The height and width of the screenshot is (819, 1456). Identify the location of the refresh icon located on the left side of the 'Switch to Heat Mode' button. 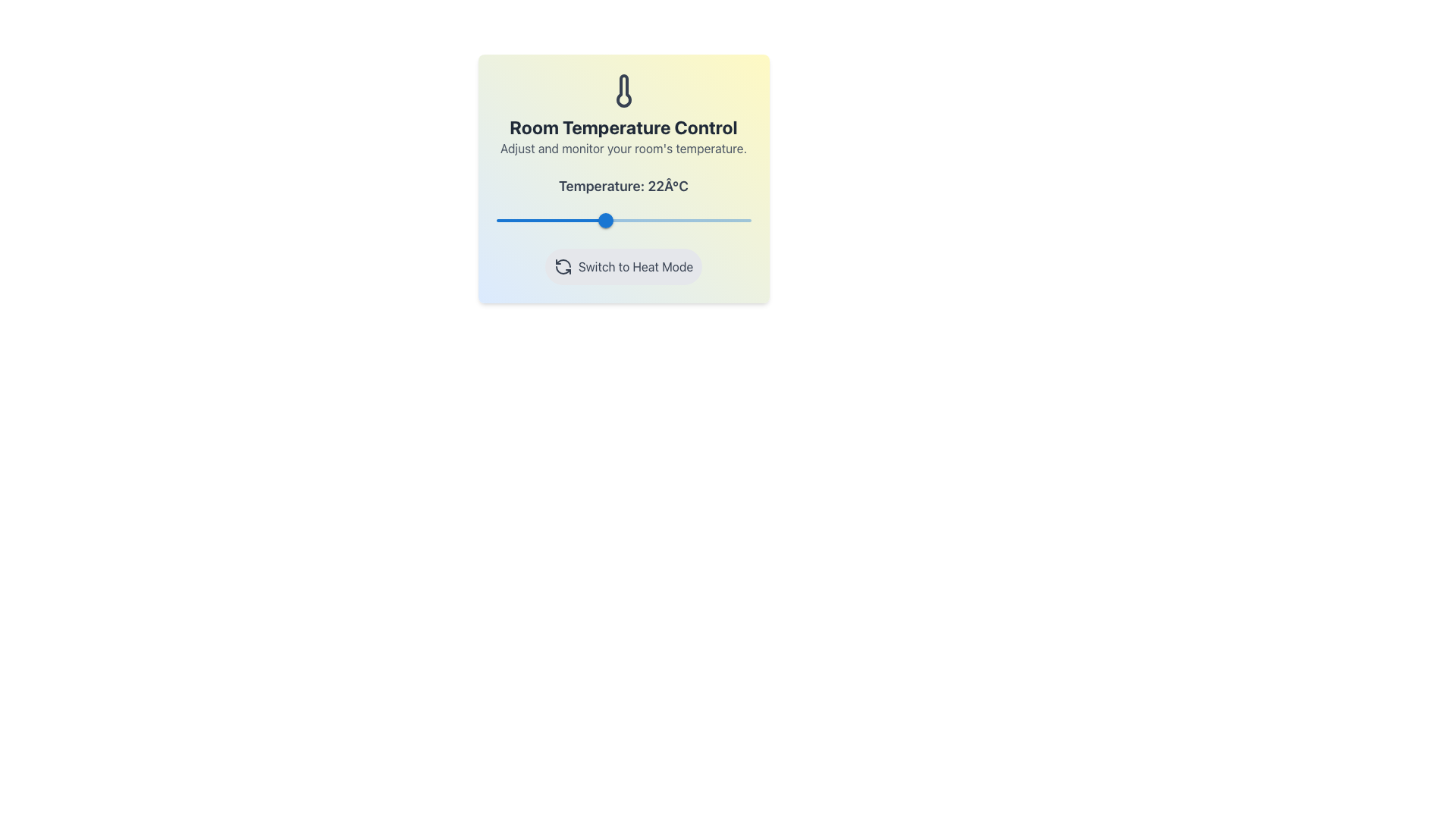
(562, 265).